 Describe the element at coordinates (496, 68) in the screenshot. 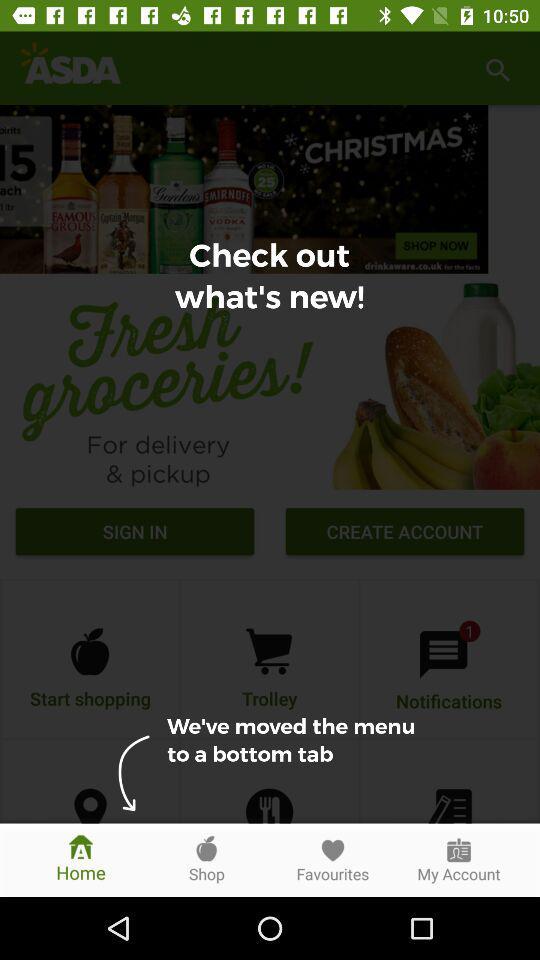

I see `the icon at the top right corner` at that location.